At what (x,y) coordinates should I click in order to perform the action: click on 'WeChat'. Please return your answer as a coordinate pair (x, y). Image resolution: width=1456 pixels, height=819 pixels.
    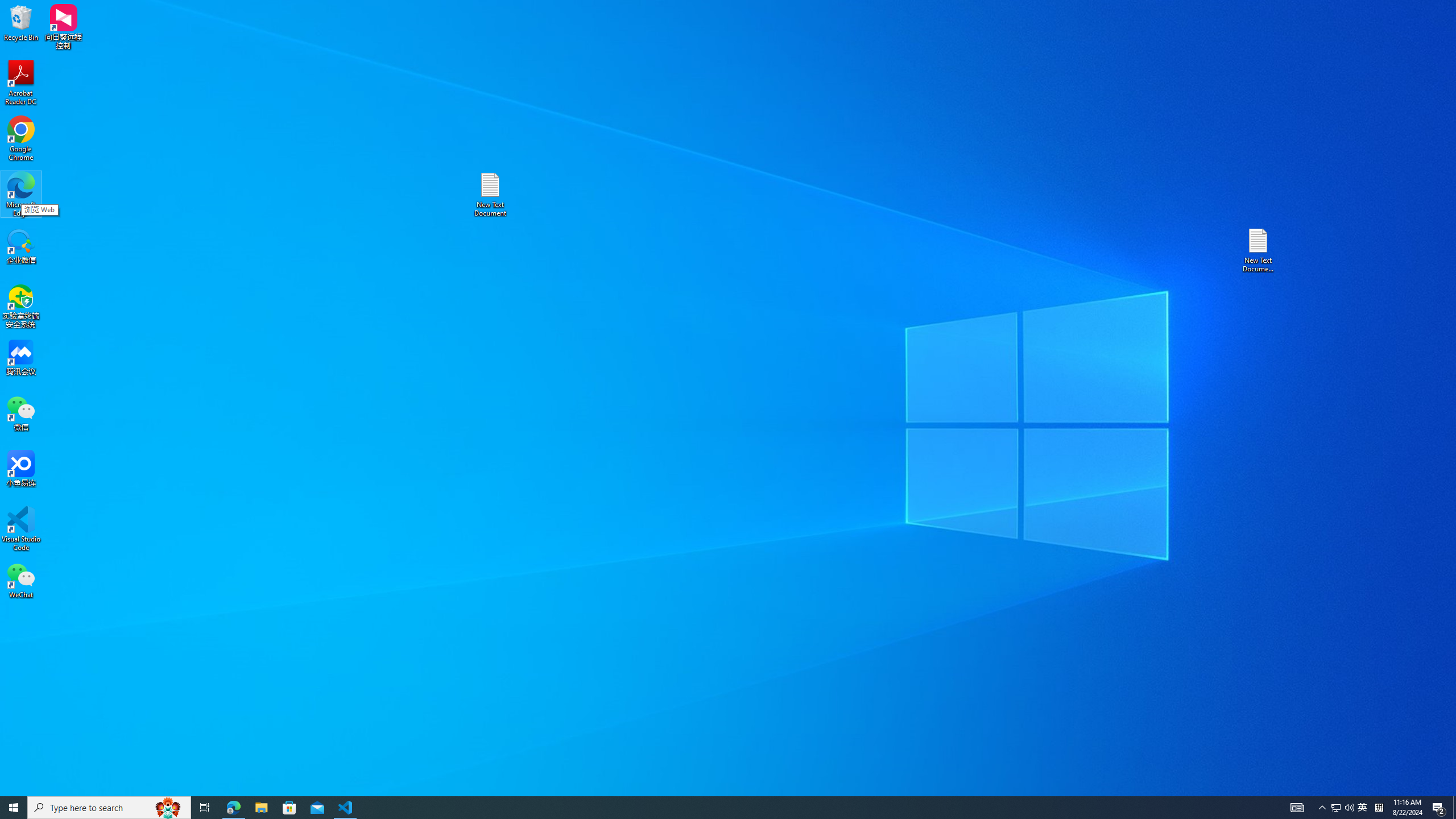
    Looking at the image, I should click on (20, 580).